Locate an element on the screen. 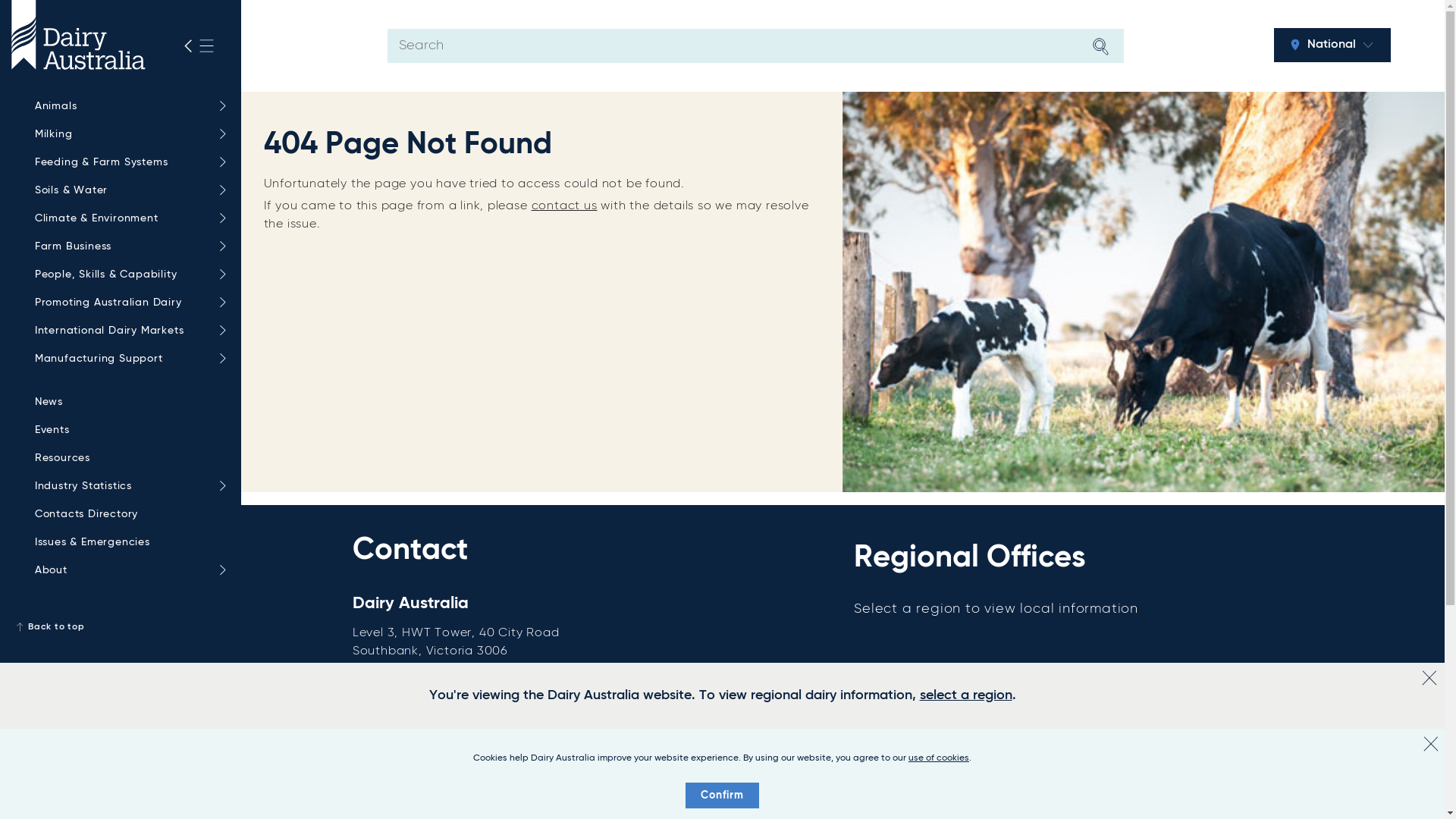  'select a region' is located at coordinates (964, 695).